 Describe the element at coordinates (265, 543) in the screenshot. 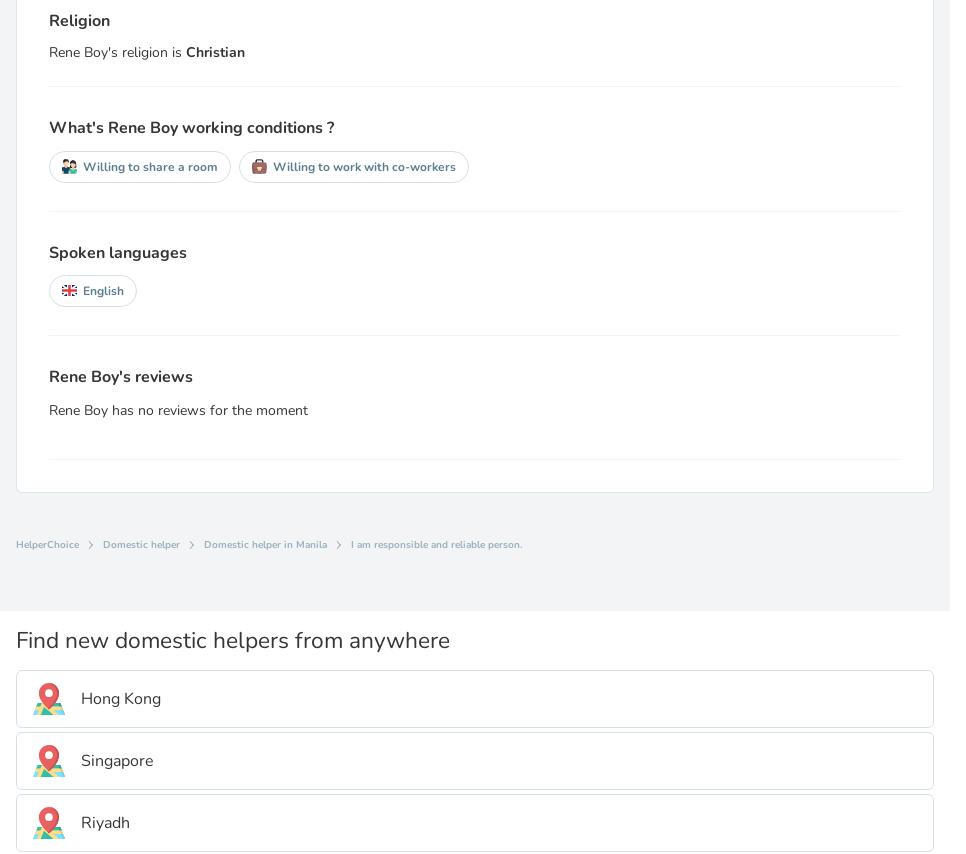

I see `'Domestic helper in Manila'` at that location.